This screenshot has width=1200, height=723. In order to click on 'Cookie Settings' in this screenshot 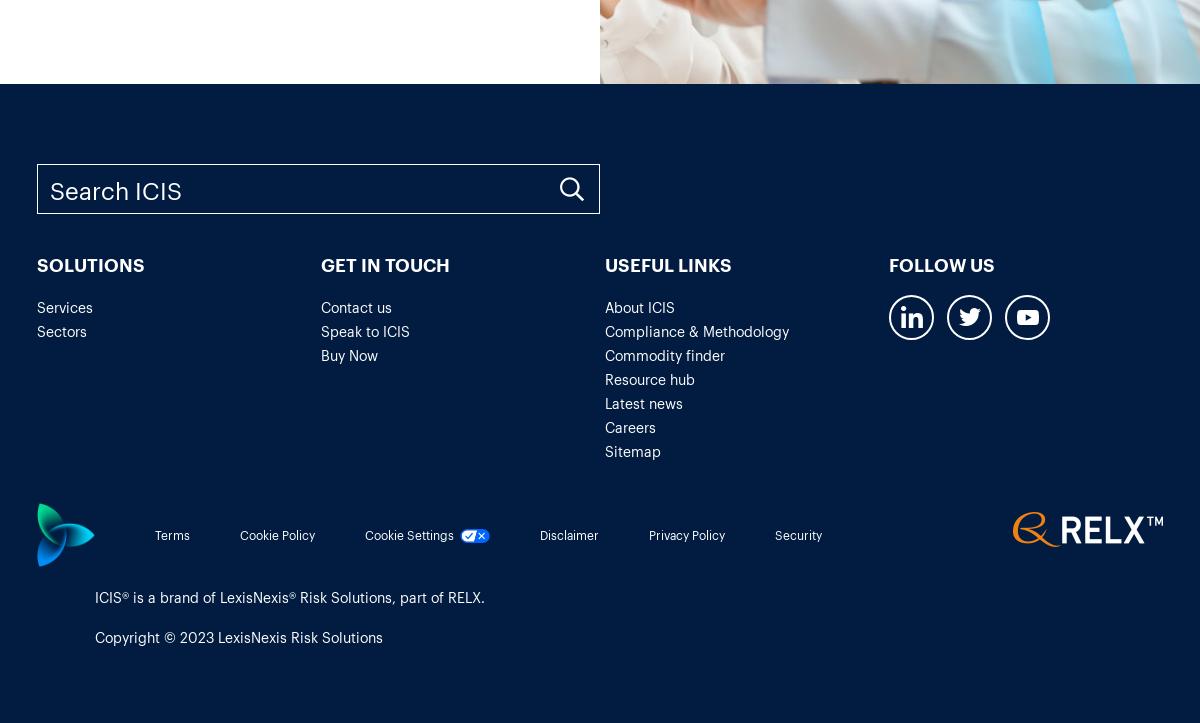, I will do `click(409, 533)`.